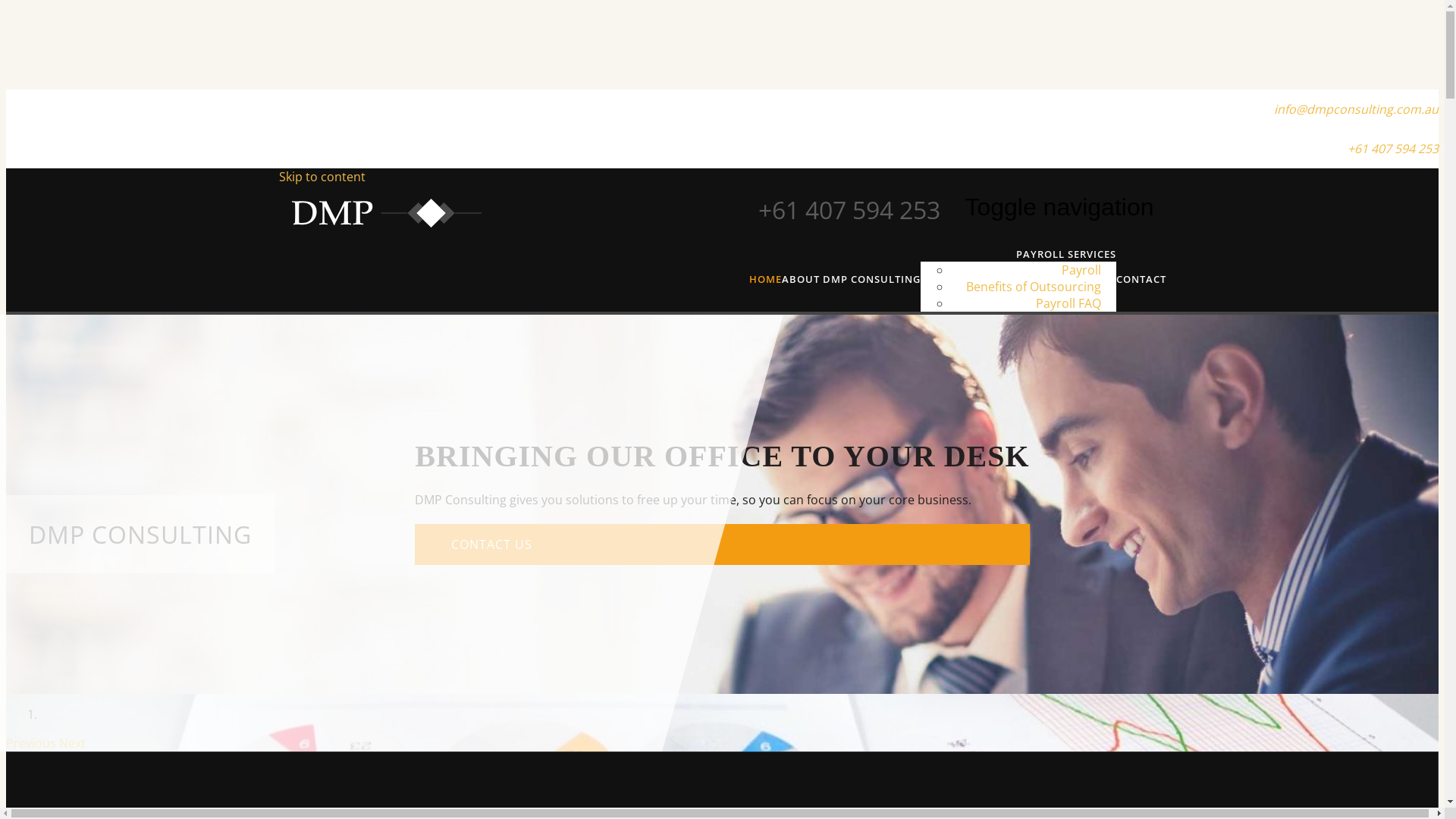 The width and height of the screenshot is (1456, 819). What do you see at coordinates (1356, 108) in the screenshot?
I see `'info@dmpconsulting.com.au'` at bounding box center [1356, 108].